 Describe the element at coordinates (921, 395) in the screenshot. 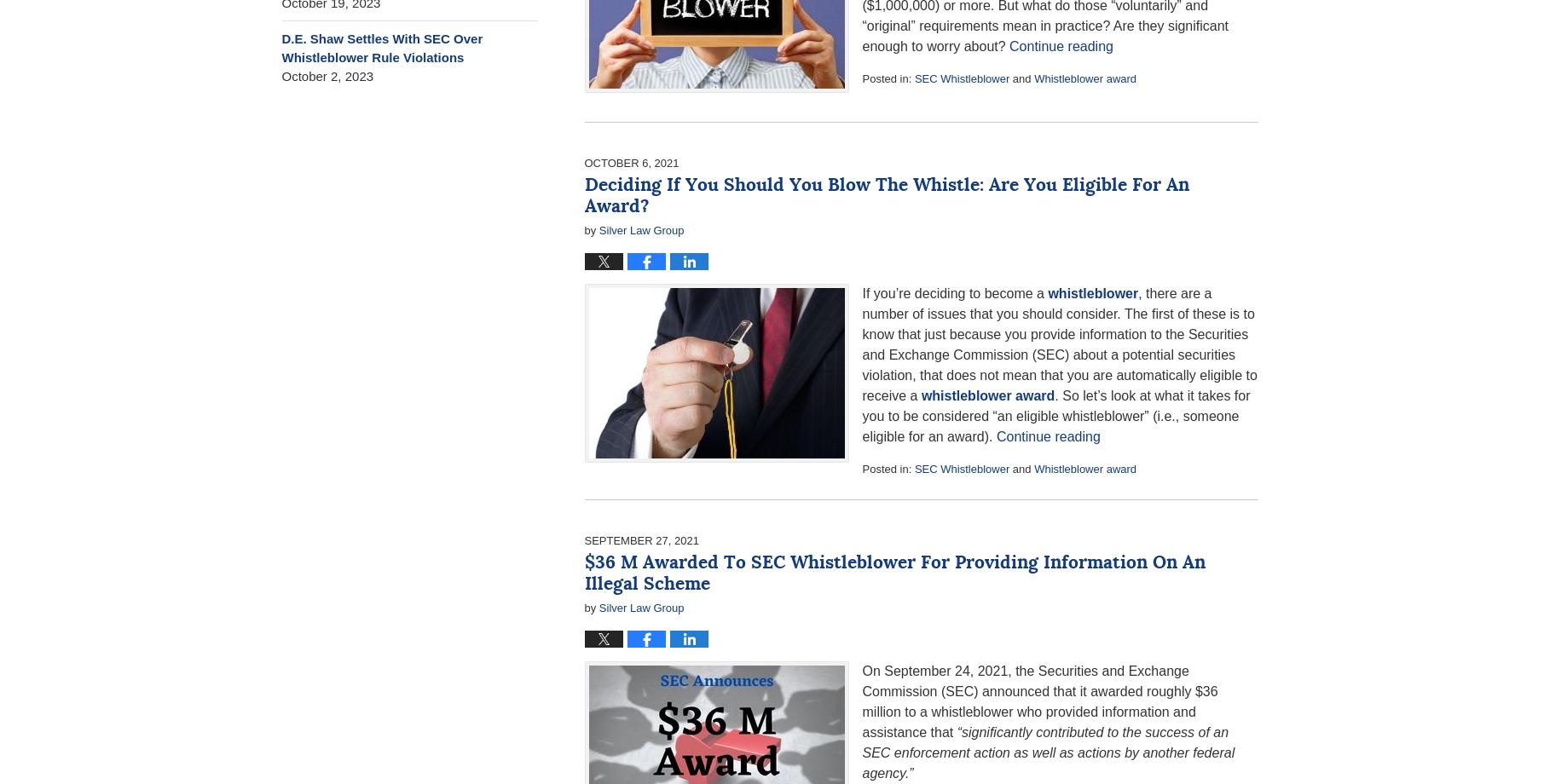

I see `'whistleblower award'` at that location.